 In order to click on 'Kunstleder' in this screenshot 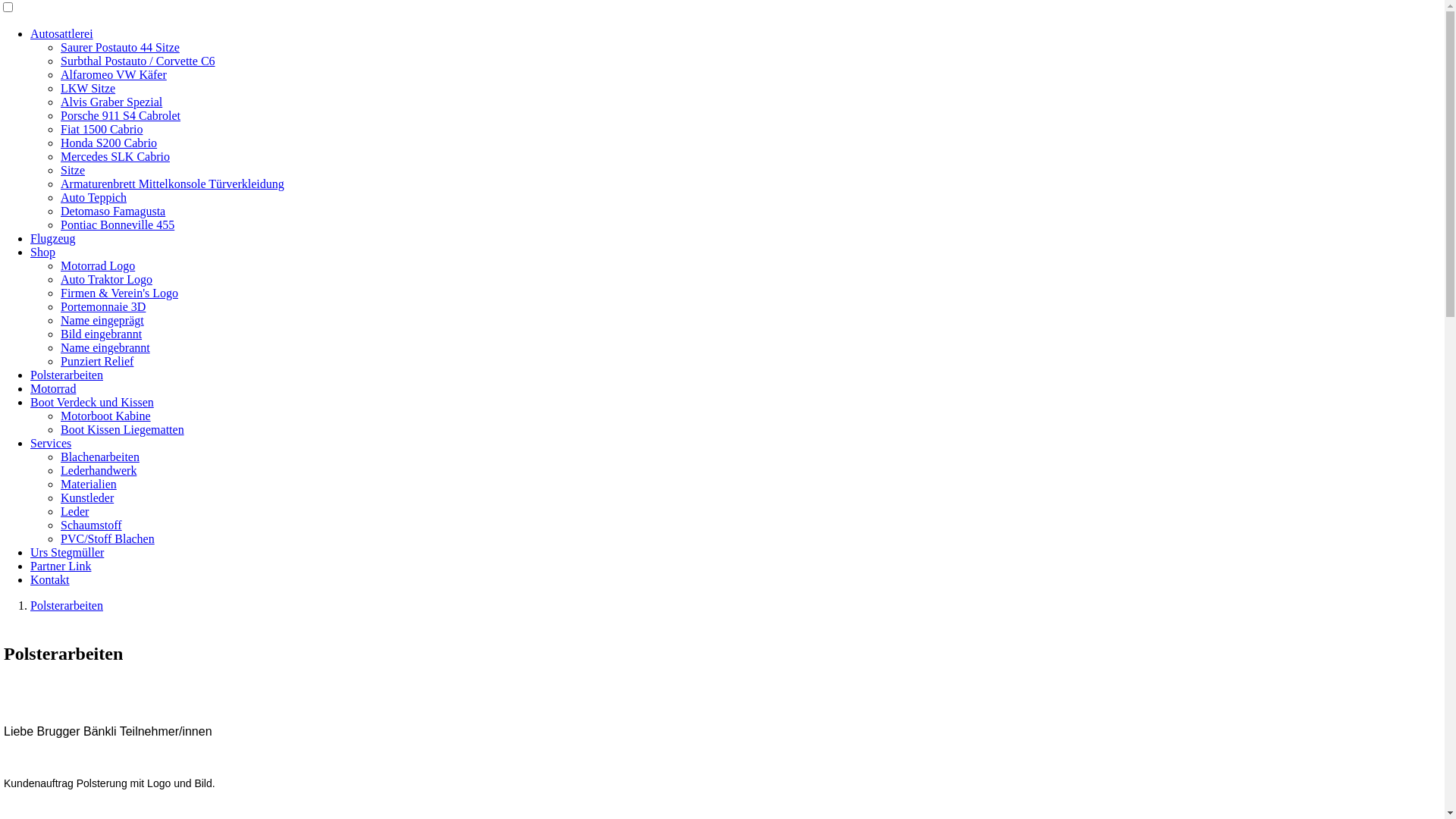, I will do `click(86, 497)`.